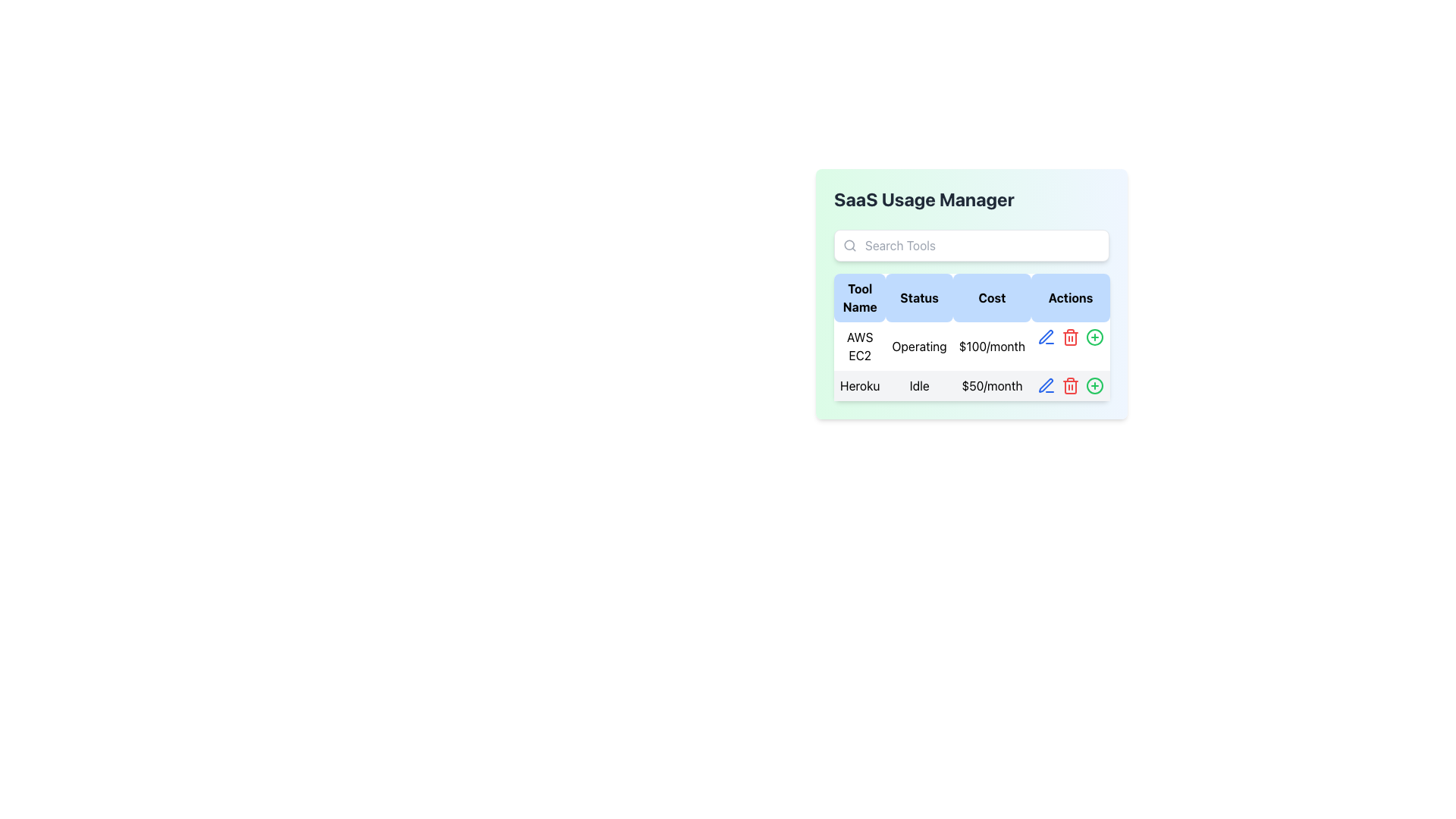  I want to click on the SVG shape component that visually represents the magnifying glass icon for search functionality, located at the top-left portion of the search bar interface, so click(849, 244).